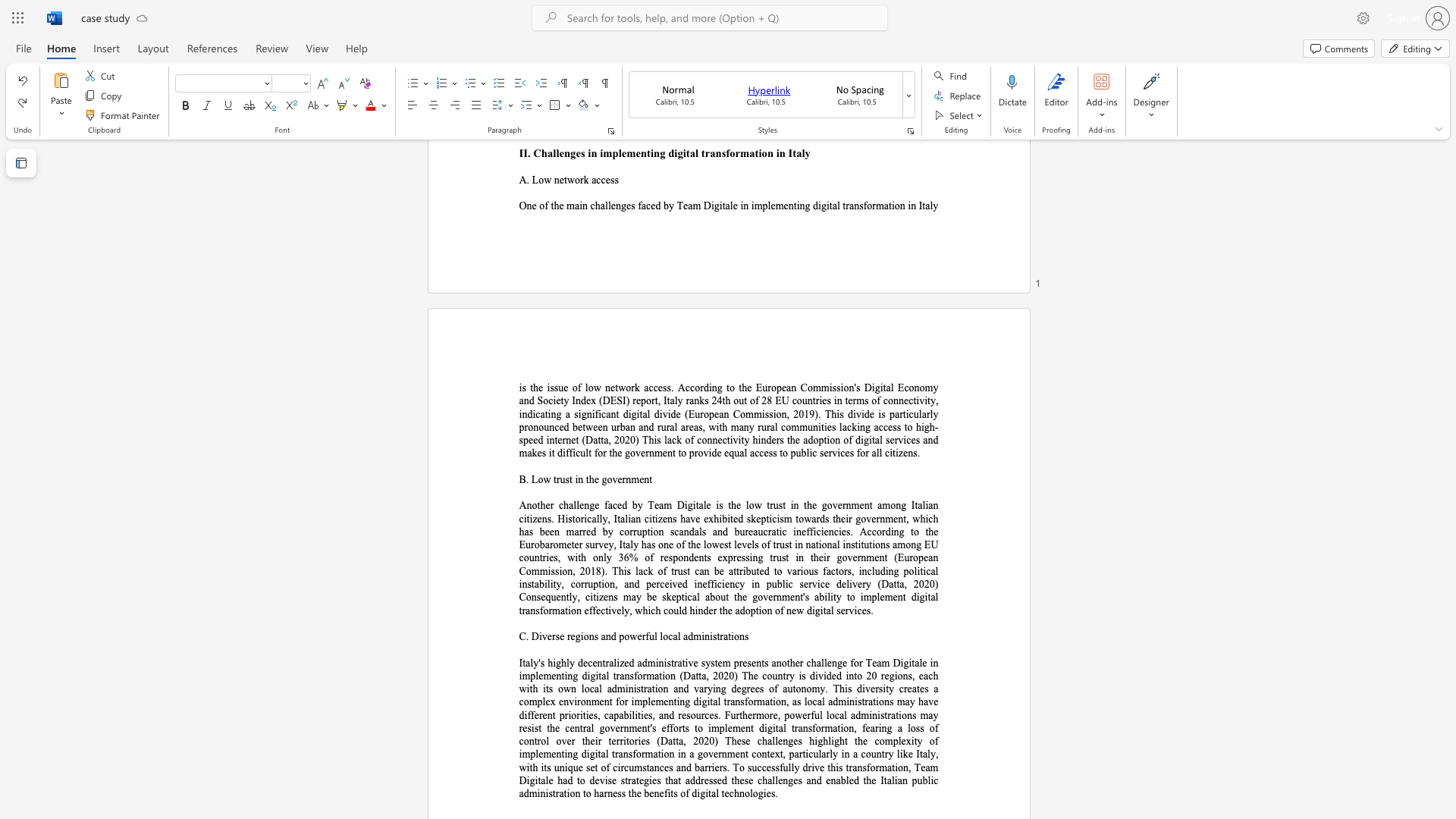 The width and height of the screenshot is (1456, 819). What do you see at coordinates (554, 571) in the screenshot?
I see `the subset text "sion, 2018). This" within the text "Another challenge faced by Team Digitale is the low trust in the government among Italian citizens. Historically, Italian citizens have exhibited skepticism towards their government, which has been marred by corruption scandals and bureaucratic inefficiencies. According to the Eurobarometer survey, Italy has one of the lowest levels of trust in national institutions among EU countries, with only 36% of respondents expressing trust in their government (European Commission, 2018). This lack of trust can be at"` at bounding box center [554, 571].